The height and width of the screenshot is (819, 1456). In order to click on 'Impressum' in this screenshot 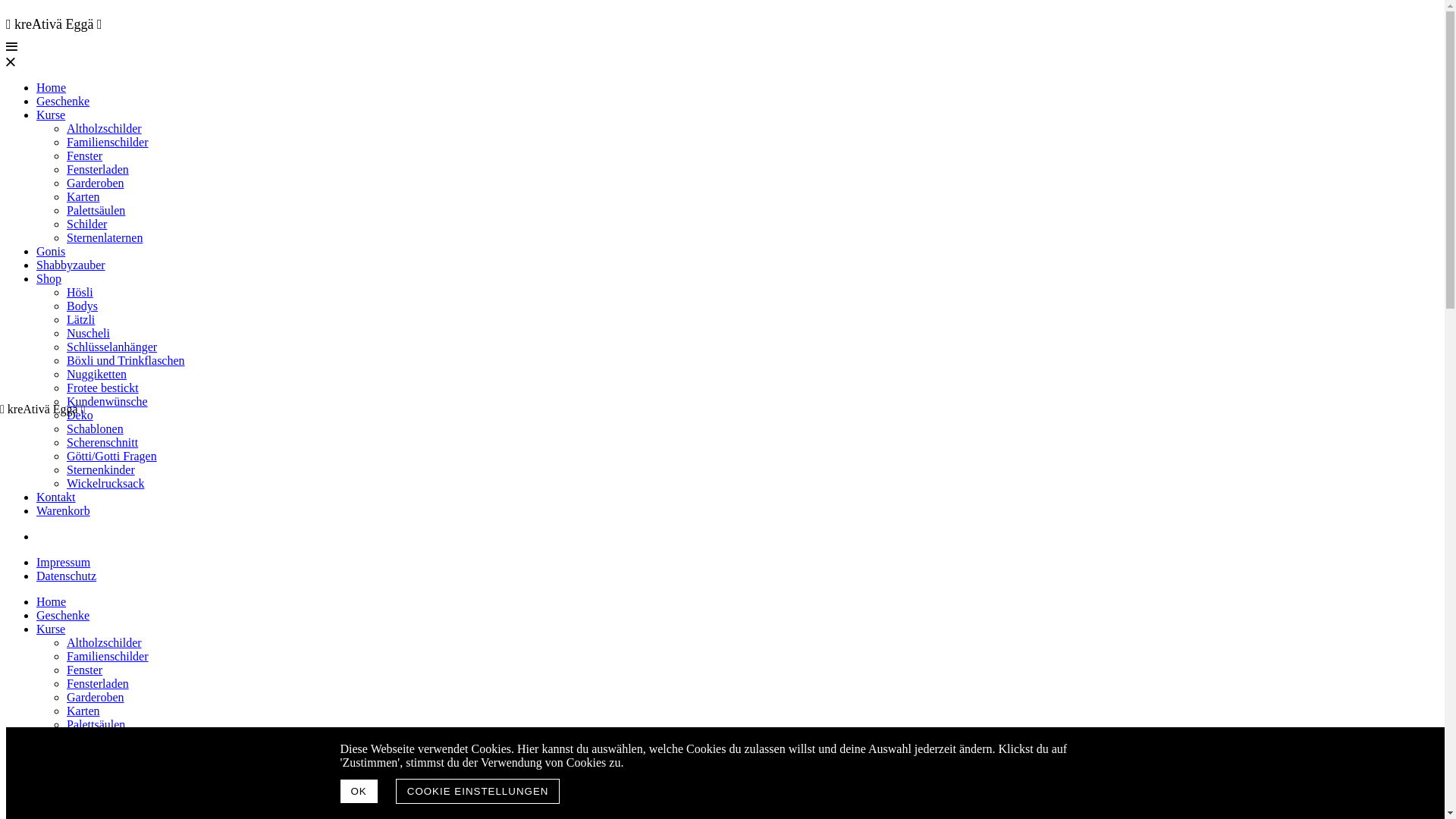, I will do `click(62, 562)`.